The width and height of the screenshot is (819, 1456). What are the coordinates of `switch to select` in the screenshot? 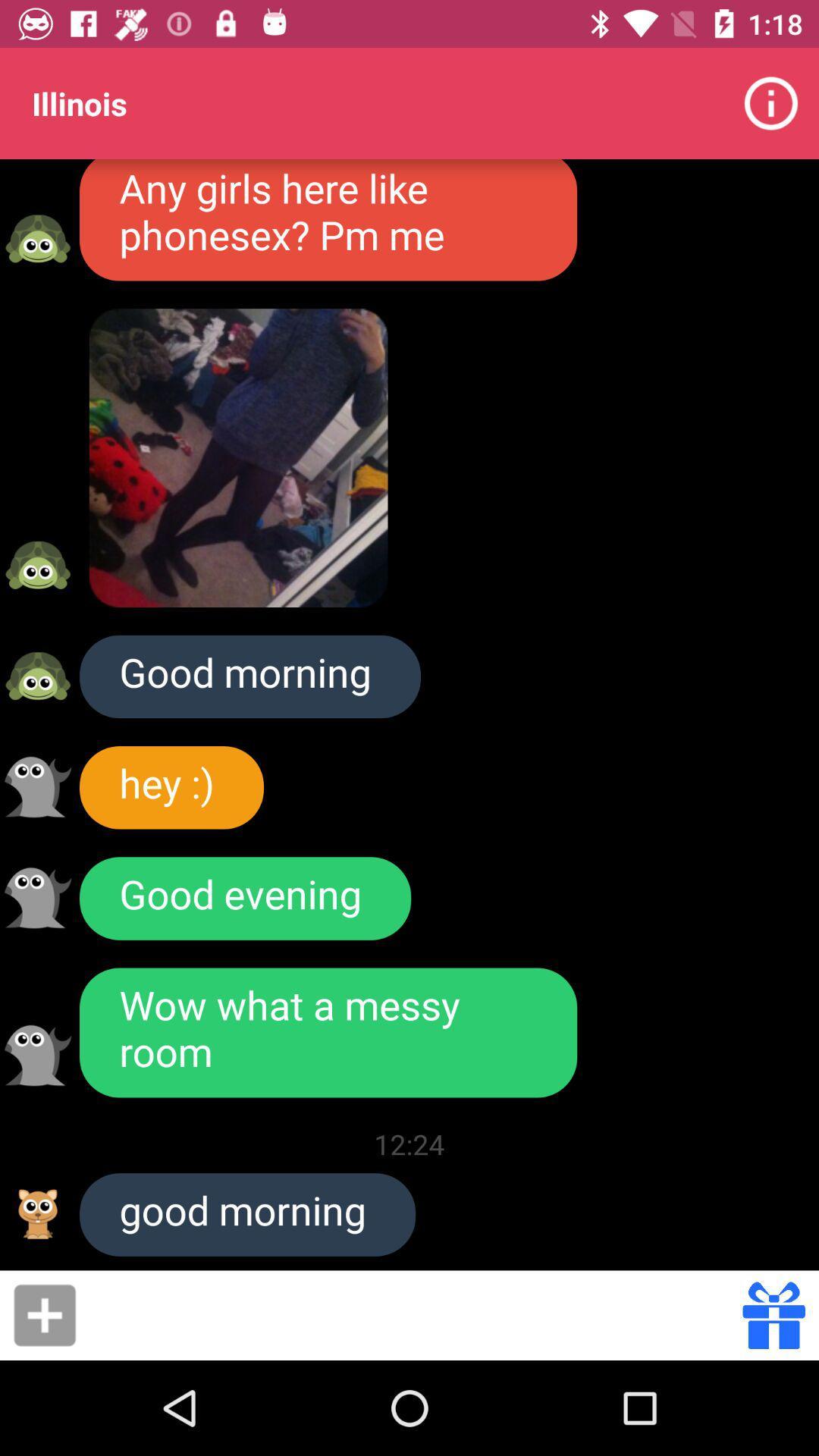 It's located at (37, 1055).